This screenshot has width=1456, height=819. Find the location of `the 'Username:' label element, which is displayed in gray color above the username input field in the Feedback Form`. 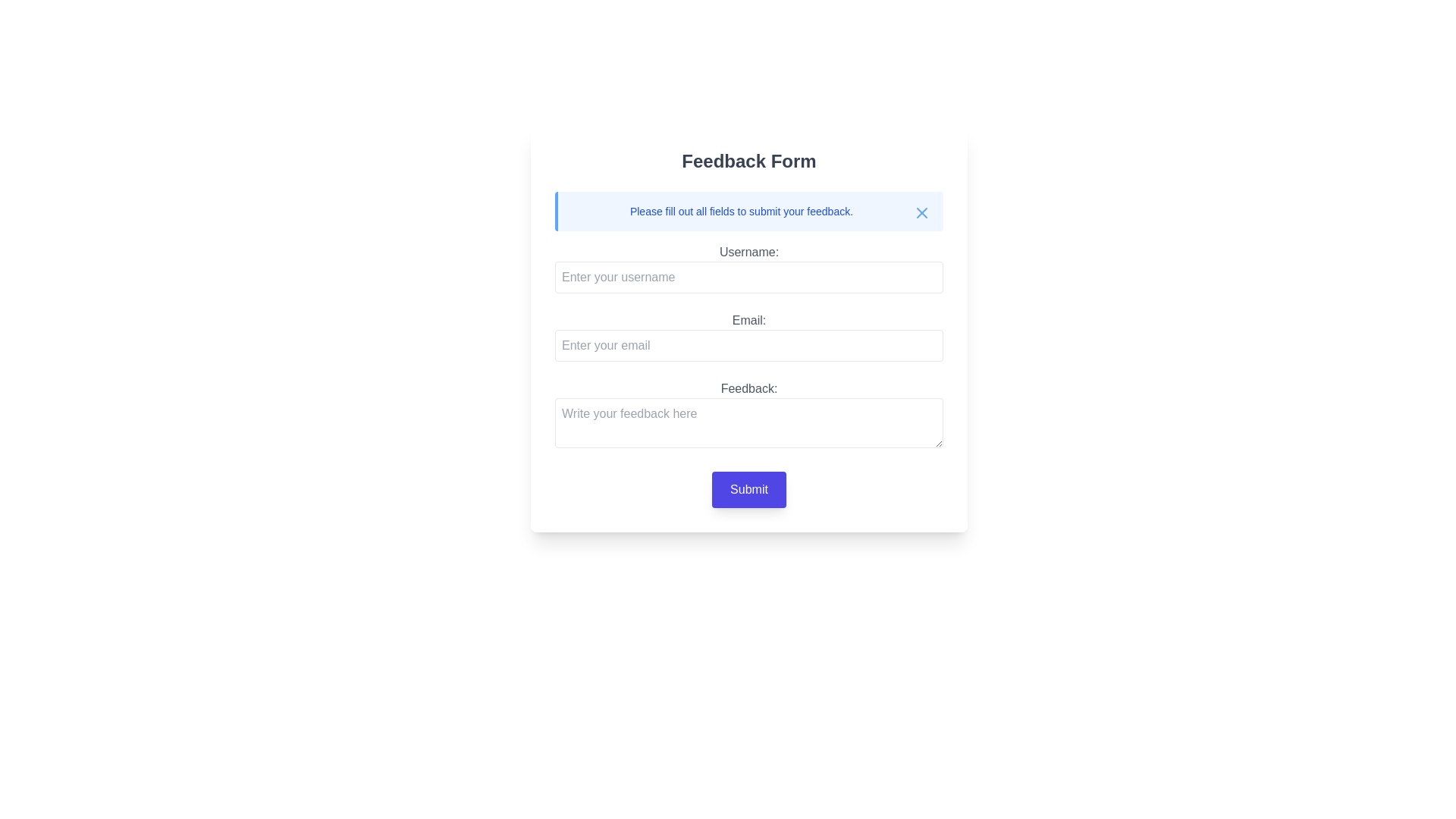

the 'Username:' label element, which is displayed in gray color above the username input field in the Feedback Form is located at coordinates (749, 251).